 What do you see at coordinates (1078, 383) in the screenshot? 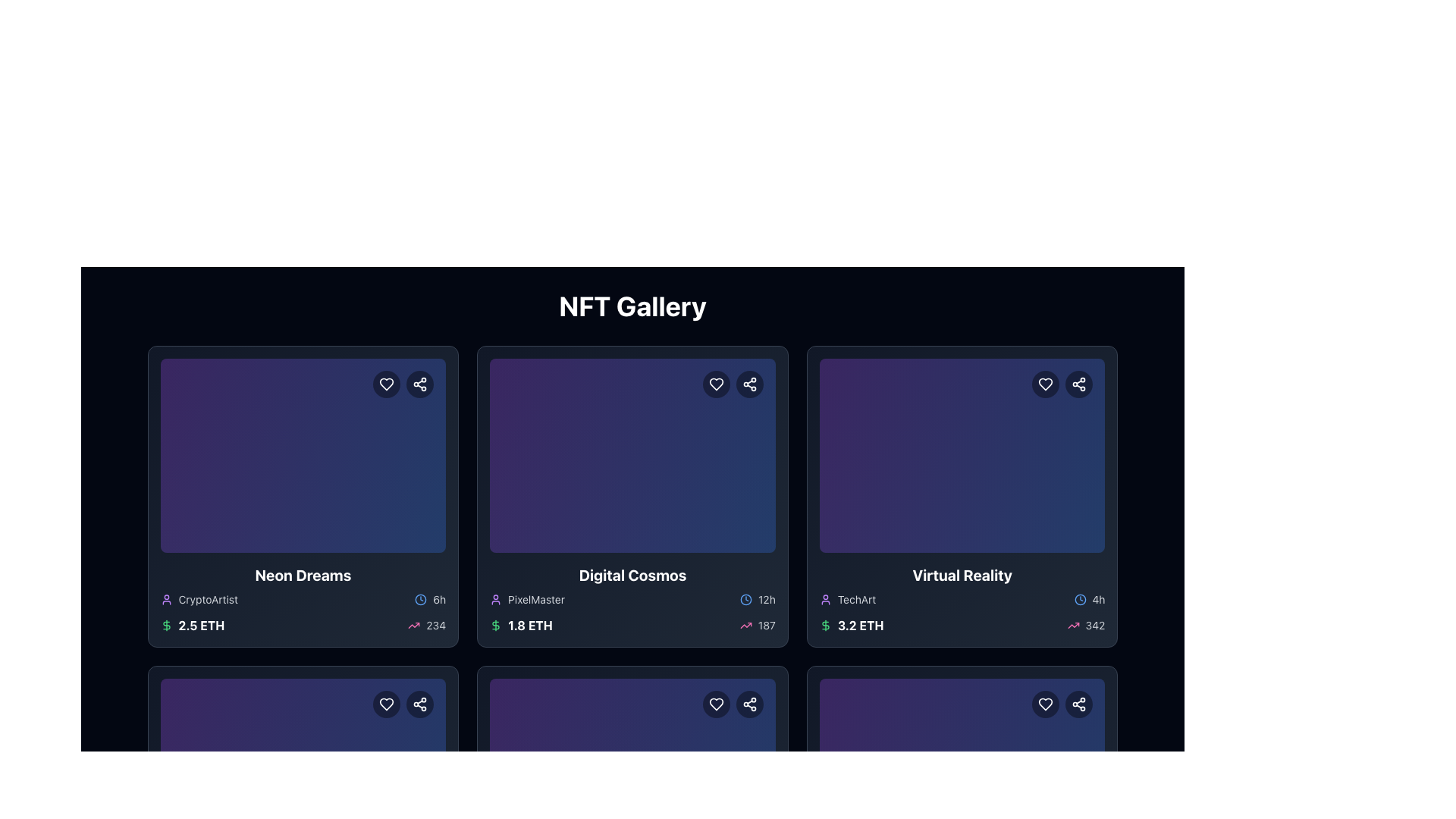
I see `the share button located in the top-right corner of the third card in the first row of the grid layout displaying NFT items` at bounding box center [1078, 383].